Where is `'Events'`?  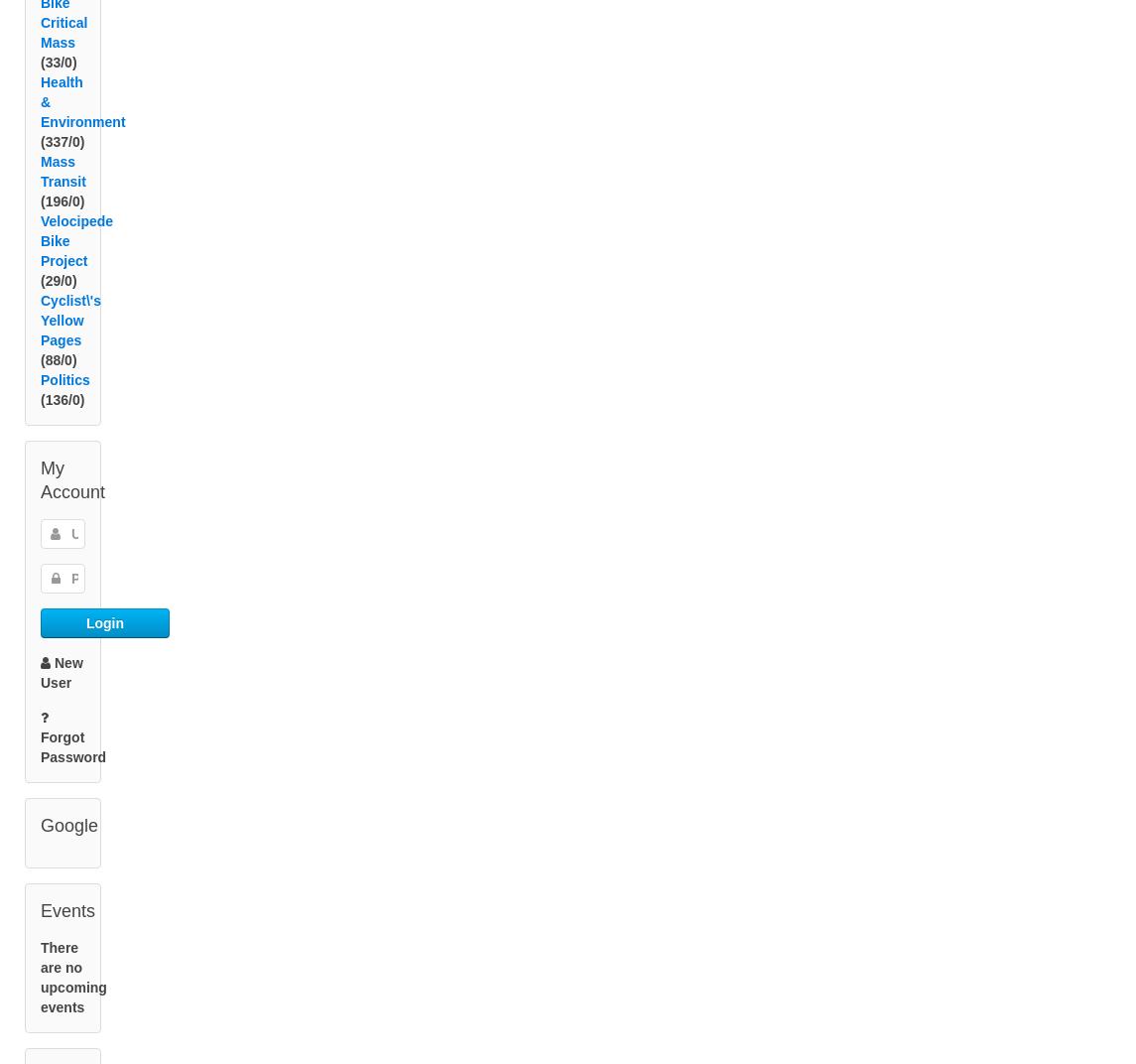 'Events' is located at coordinates (67, 933).